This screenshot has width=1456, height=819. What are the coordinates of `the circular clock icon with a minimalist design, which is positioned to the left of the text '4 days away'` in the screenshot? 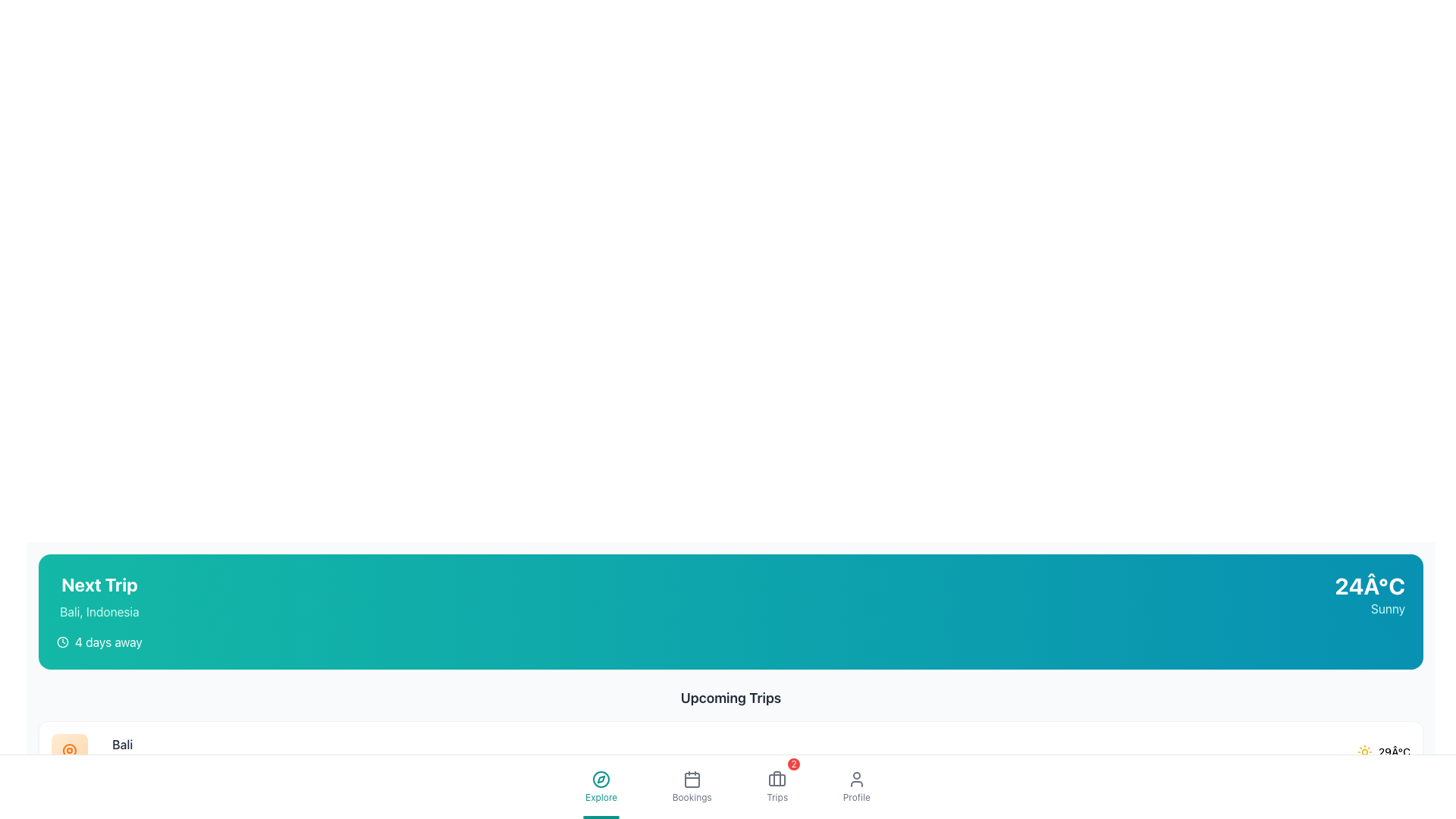 It's located at (61, 642).